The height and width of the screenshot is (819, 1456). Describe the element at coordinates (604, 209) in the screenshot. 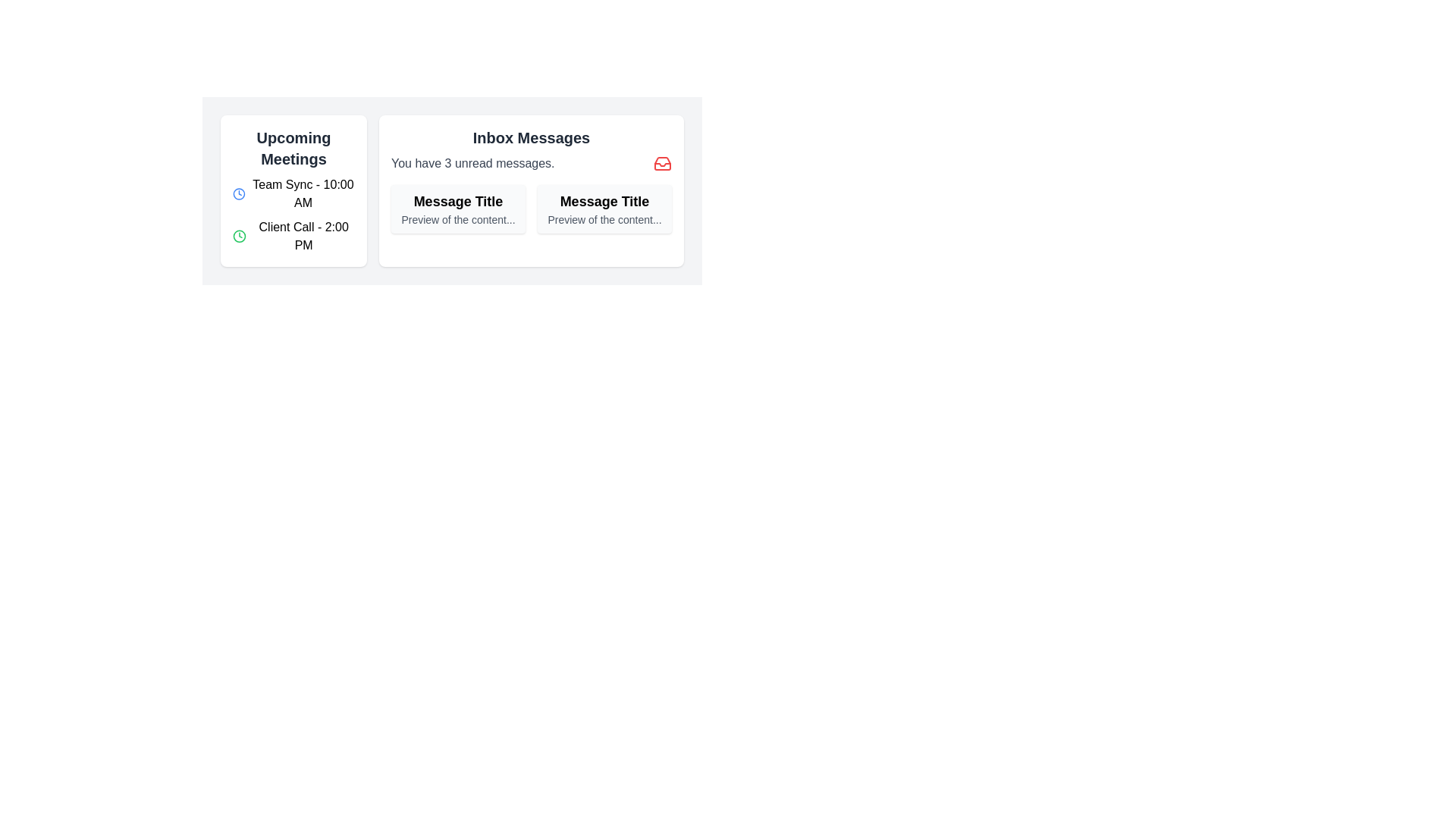

I see `preview content from the message preview card titled 'Message Title', which is the second box in the two-column layout under the 'Inbox Messages' section` at that location.